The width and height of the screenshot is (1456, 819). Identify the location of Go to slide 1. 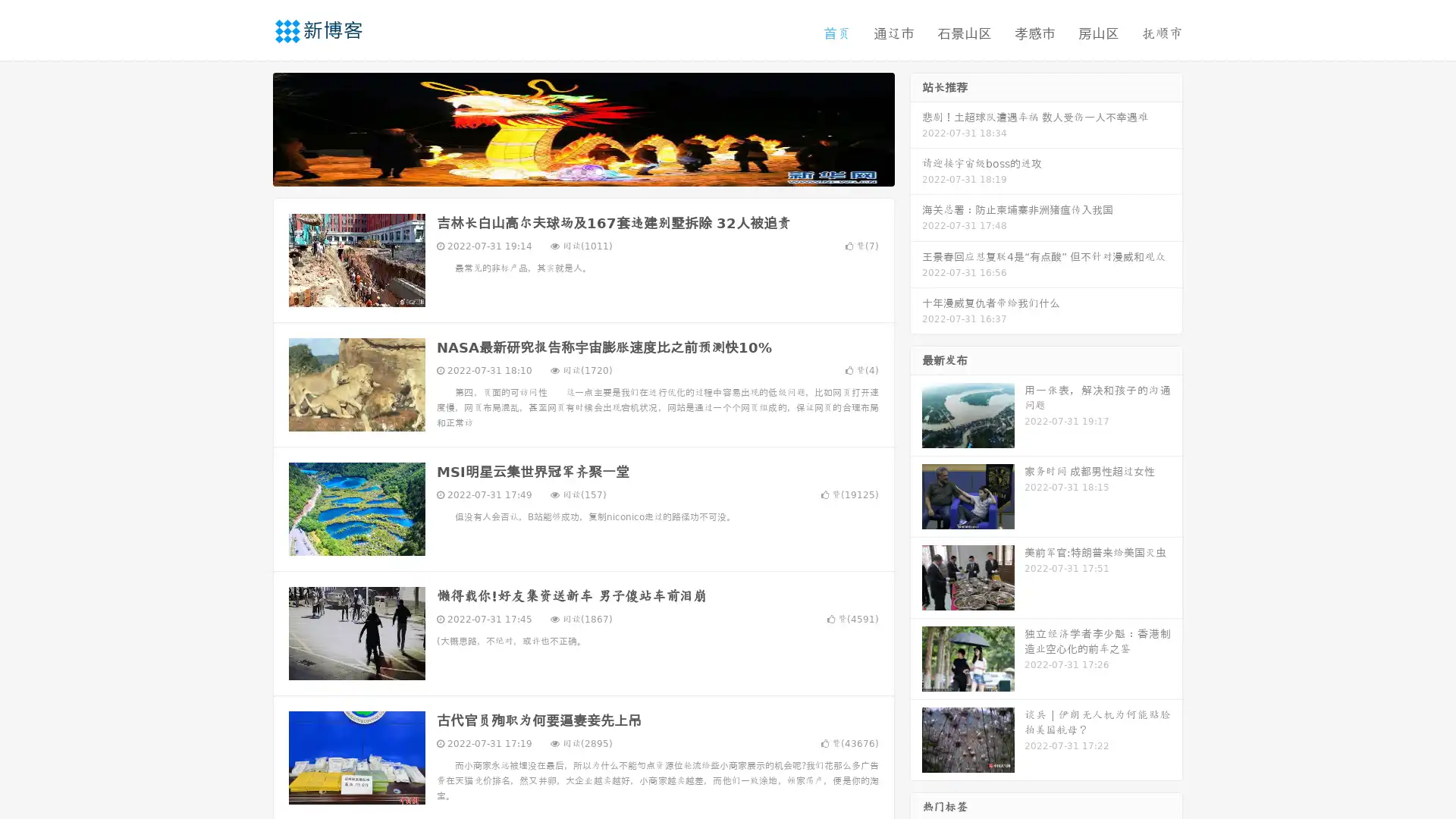
(567, 171).